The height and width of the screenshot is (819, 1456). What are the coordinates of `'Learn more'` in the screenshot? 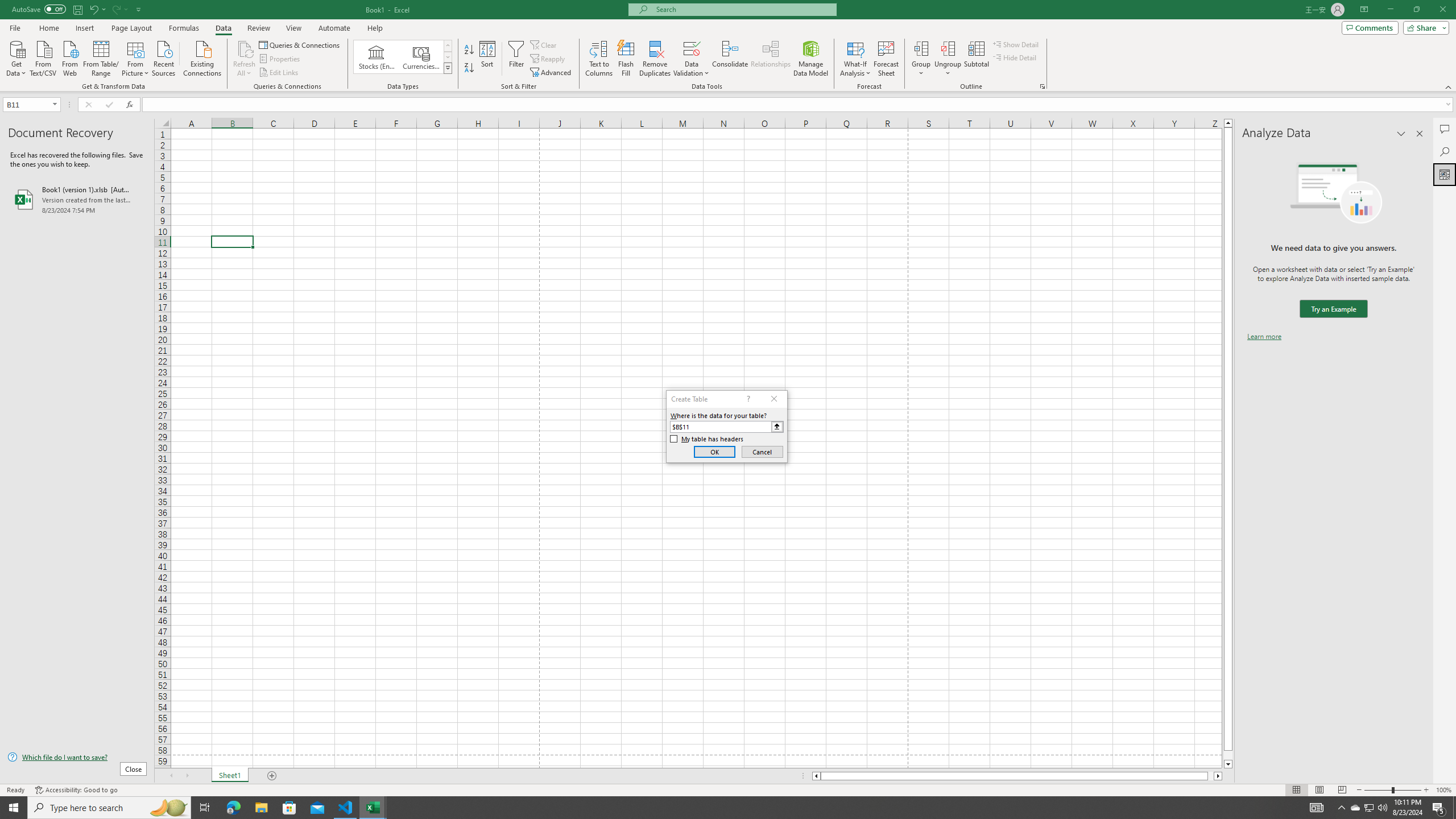 It's located at (1264, 336).